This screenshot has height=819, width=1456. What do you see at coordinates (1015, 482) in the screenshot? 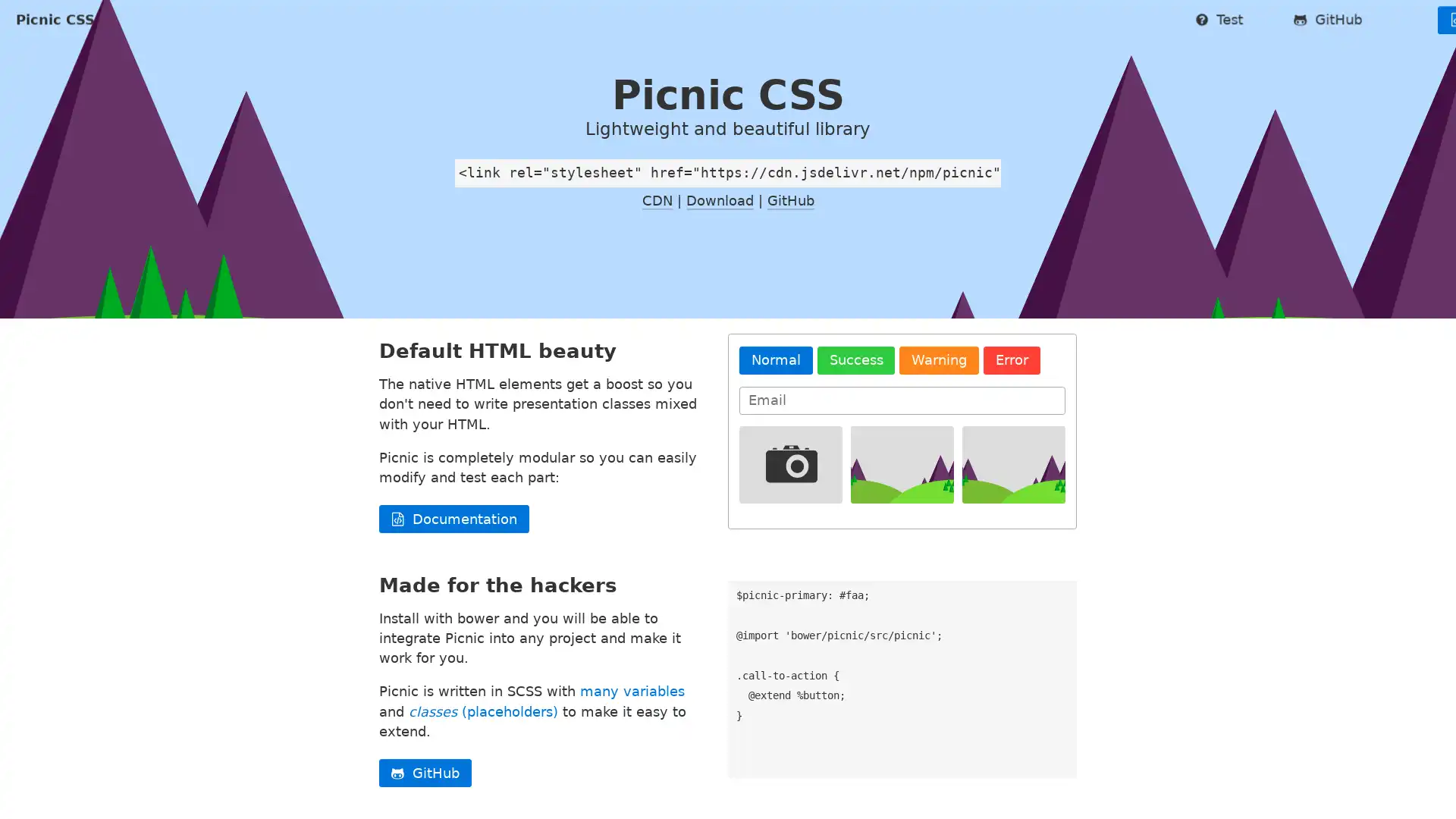
I see `Choose File` at bounding box center [1015, 482].